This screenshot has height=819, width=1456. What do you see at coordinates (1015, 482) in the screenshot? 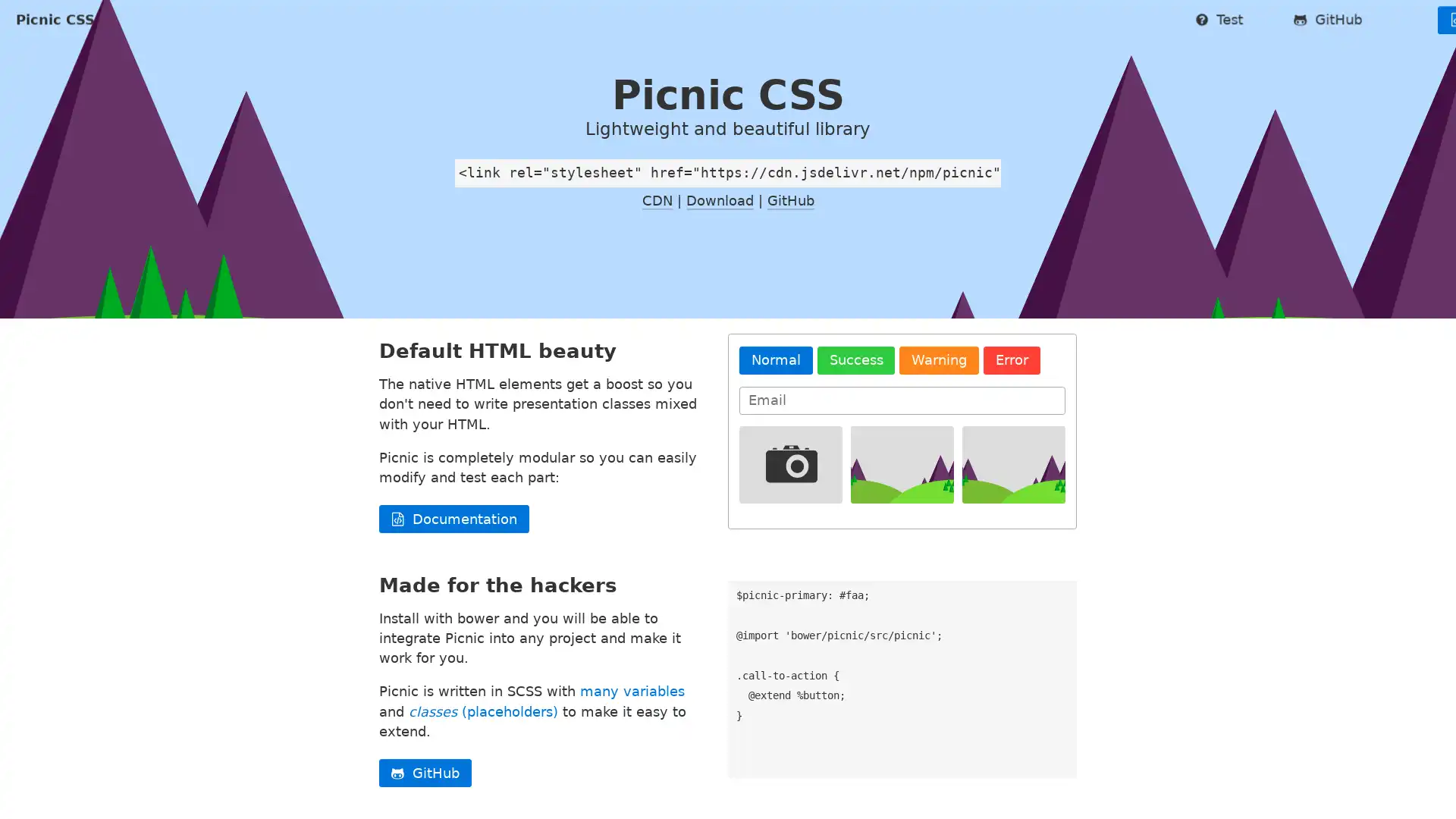
I see `Choose File` at bounding box center [1015, 482].